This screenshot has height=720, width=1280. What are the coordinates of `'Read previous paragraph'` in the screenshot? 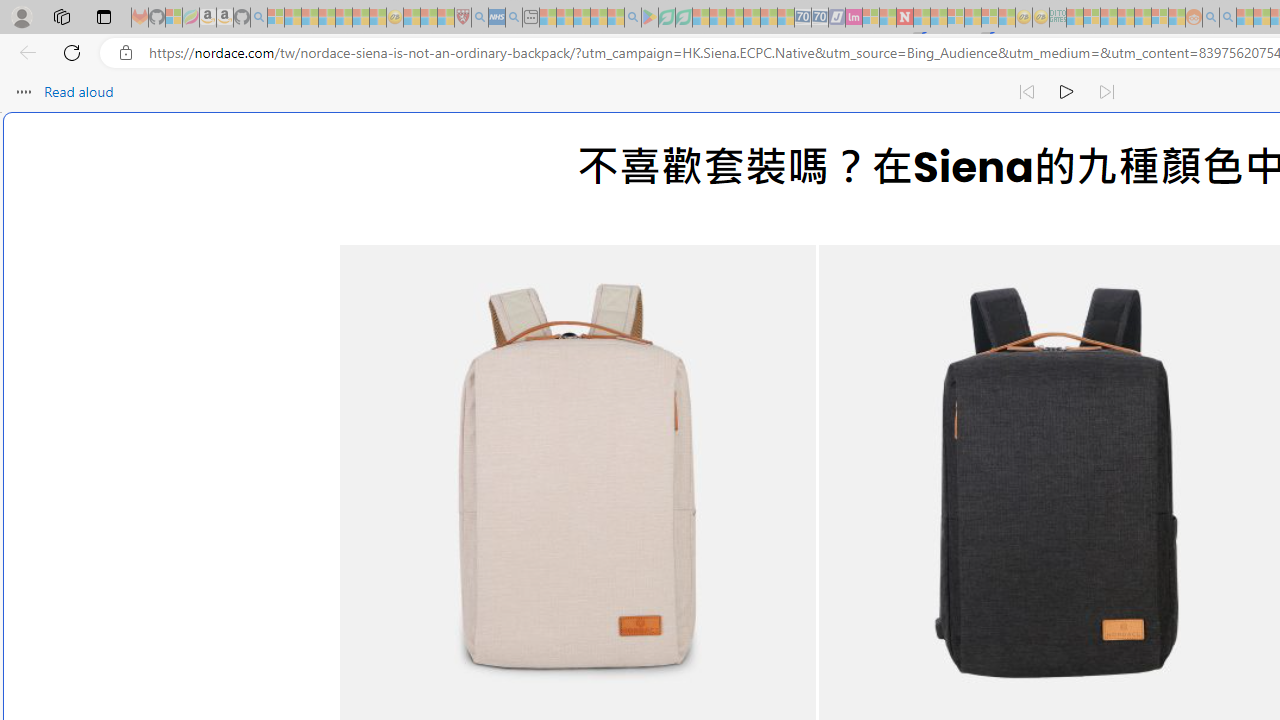 It's located at (1026, 92).